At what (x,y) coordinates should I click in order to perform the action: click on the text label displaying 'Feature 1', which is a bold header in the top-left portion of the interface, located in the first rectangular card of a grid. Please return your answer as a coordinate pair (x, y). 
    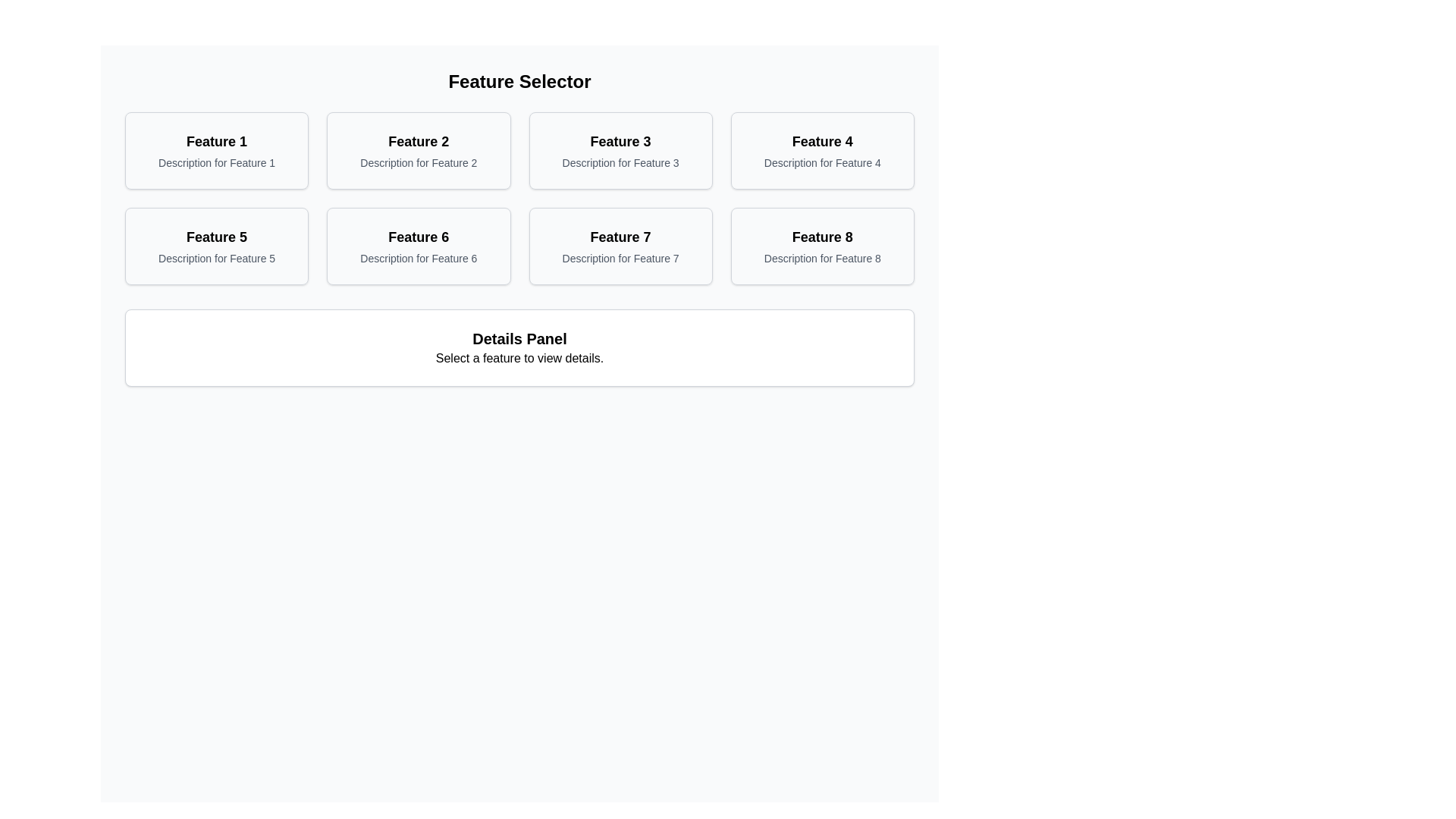
    Looking at the image, I should click on (216, 141).